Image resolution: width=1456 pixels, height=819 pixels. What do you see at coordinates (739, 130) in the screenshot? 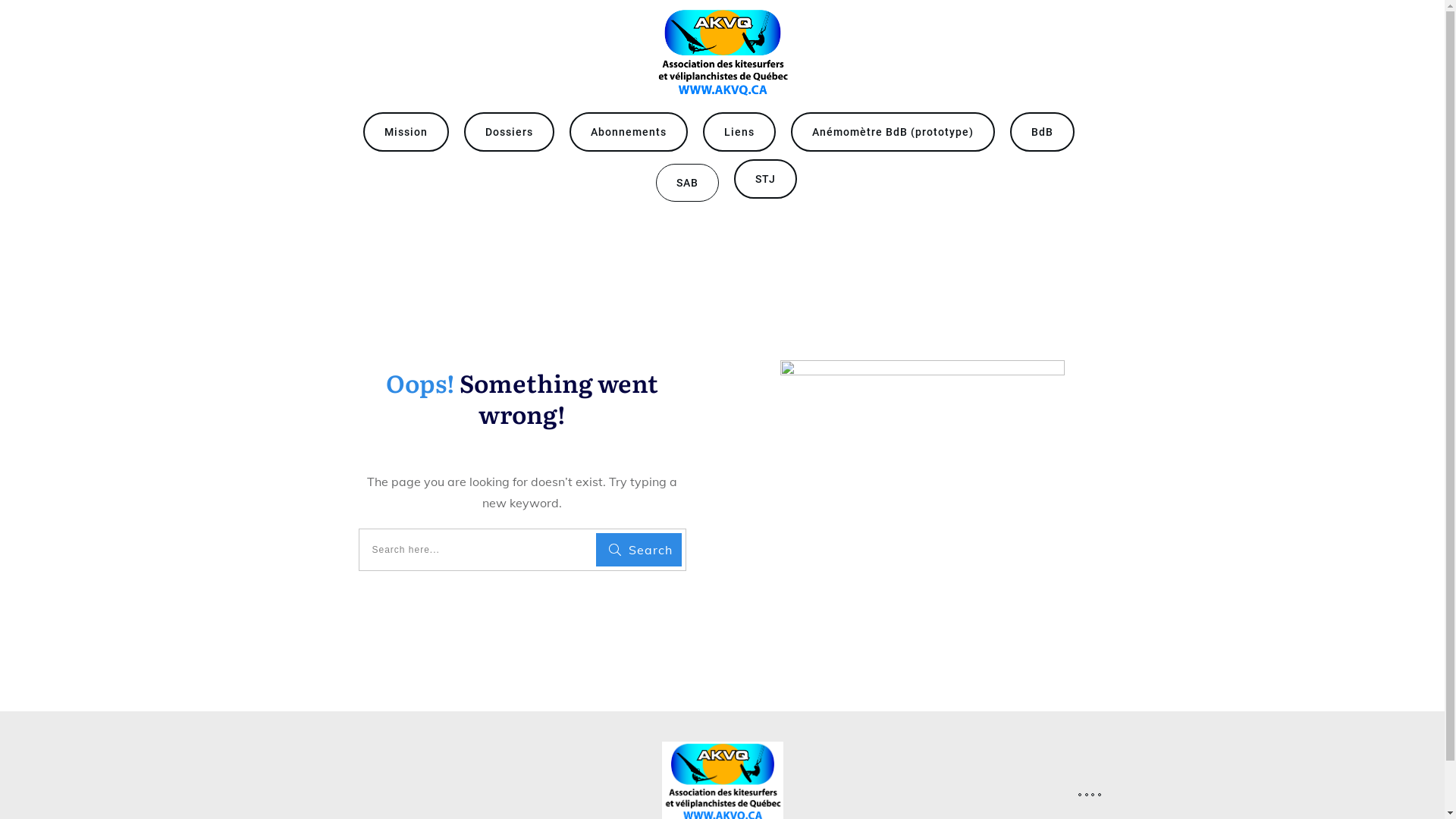
I see `'Liens'` at bounding box center [739, 130].